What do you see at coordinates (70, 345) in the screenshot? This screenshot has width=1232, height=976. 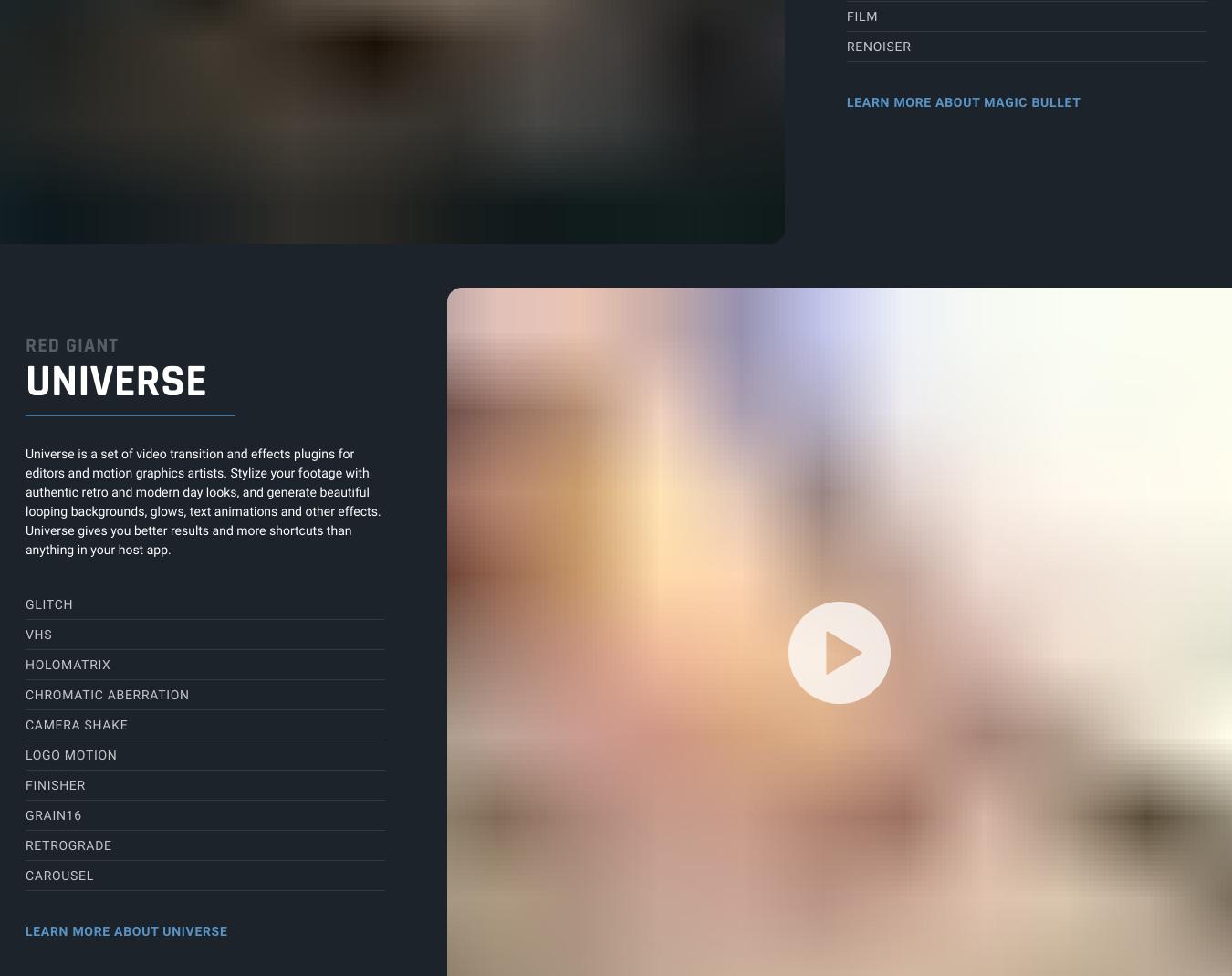 I see `'Red Giant'` at bounding box center [70, 345].